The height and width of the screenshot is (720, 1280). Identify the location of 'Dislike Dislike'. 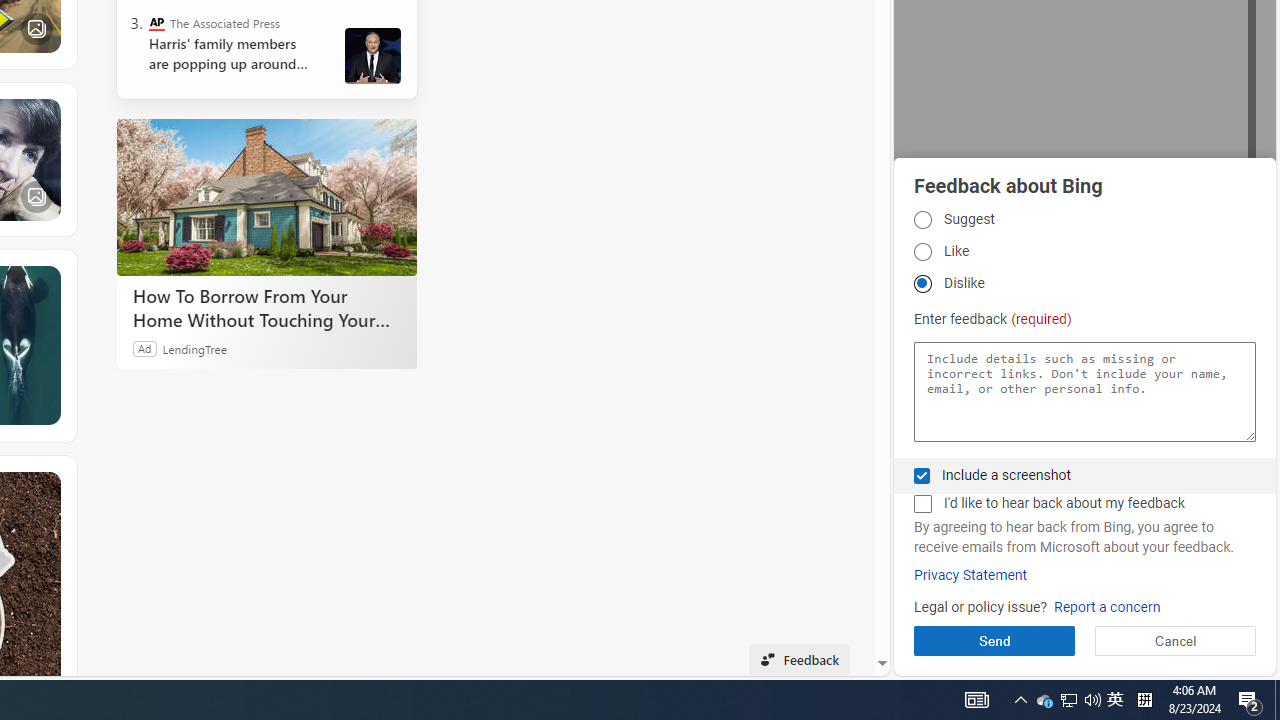
(921, 284).